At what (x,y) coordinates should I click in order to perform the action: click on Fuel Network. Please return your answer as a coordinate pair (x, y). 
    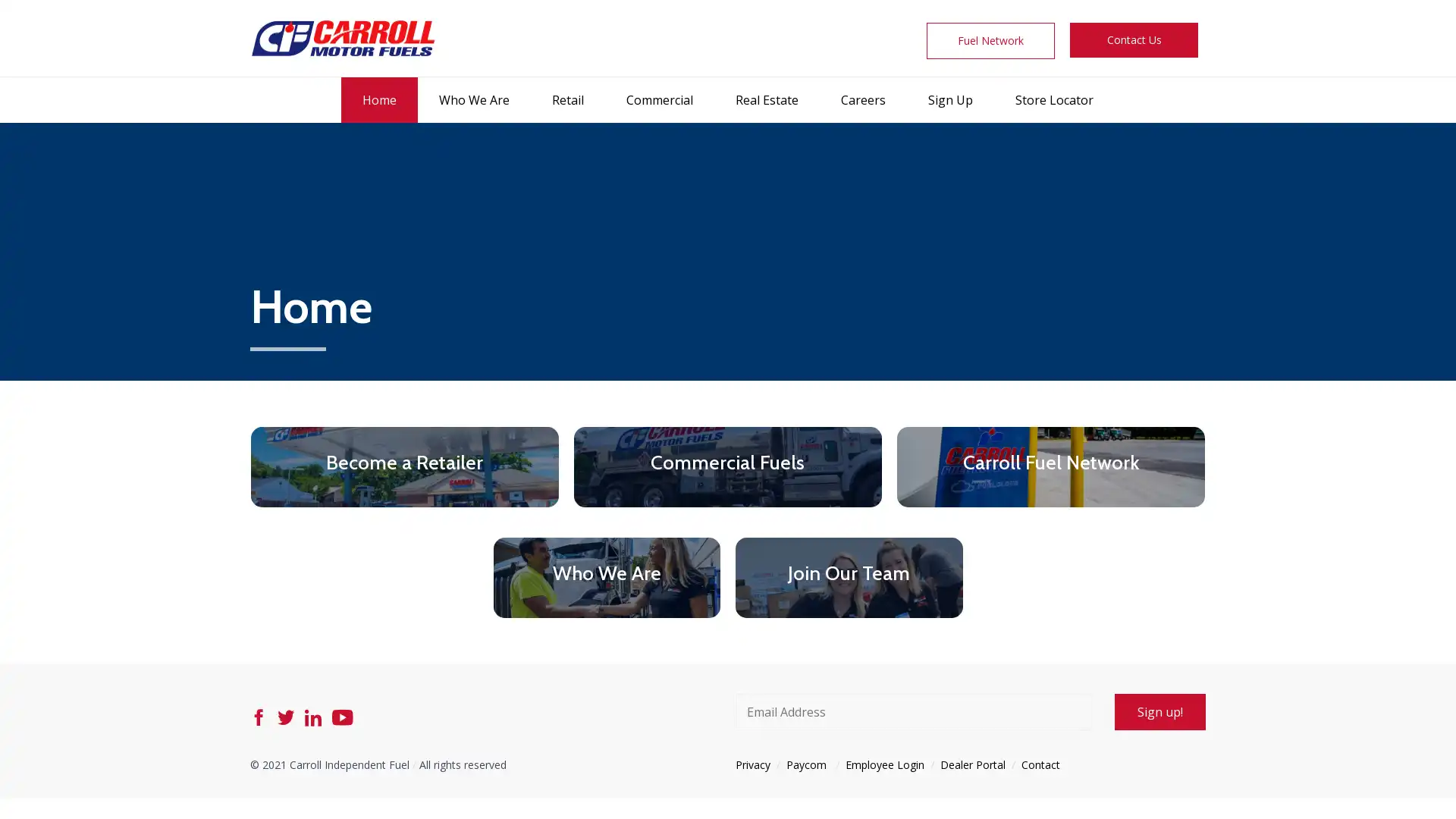
    Looking at the image, I should click on (990, 40).